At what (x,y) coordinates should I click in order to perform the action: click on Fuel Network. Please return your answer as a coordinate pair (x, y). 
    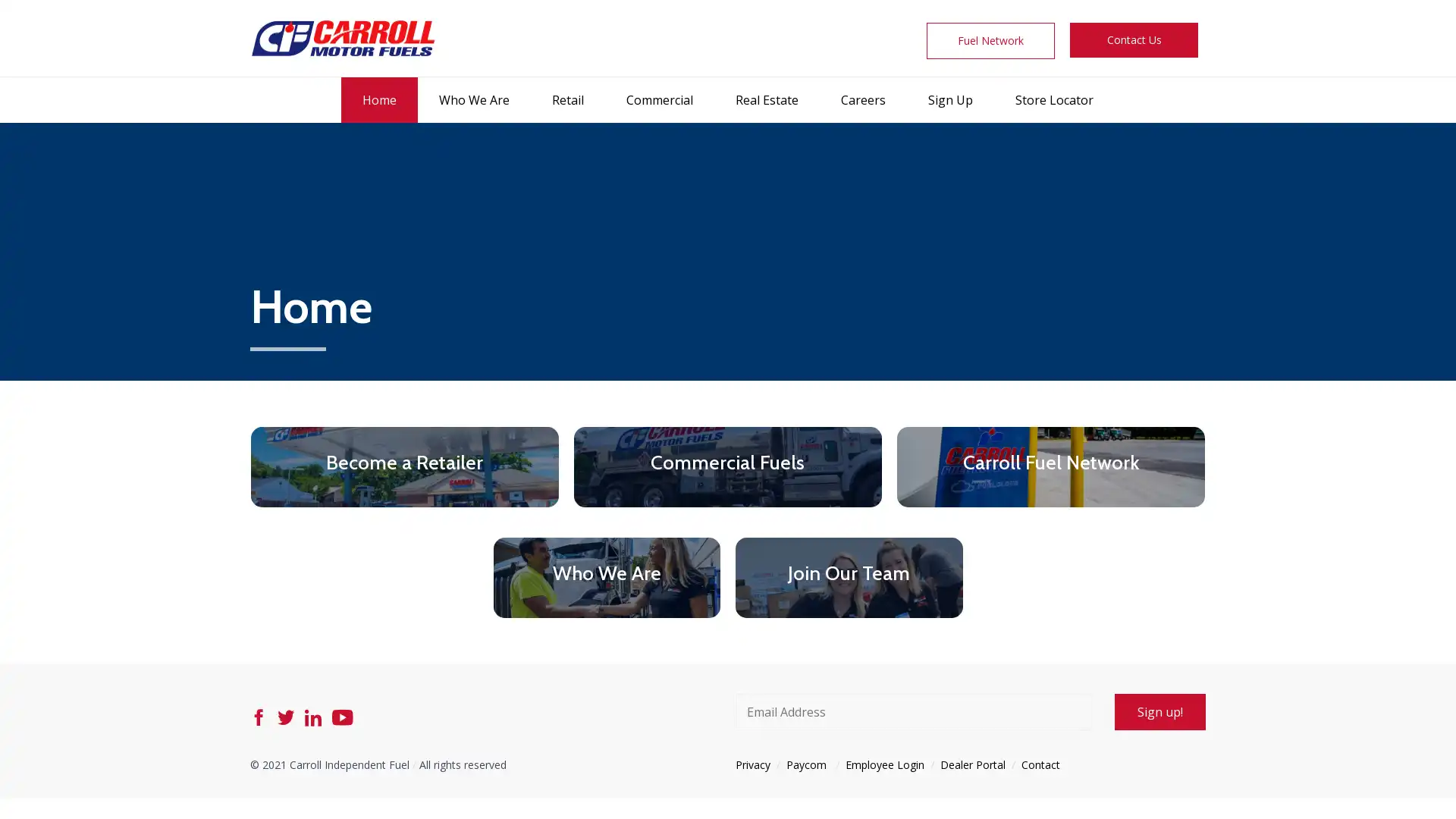
    Looking at the image, I should click on (990, 40).